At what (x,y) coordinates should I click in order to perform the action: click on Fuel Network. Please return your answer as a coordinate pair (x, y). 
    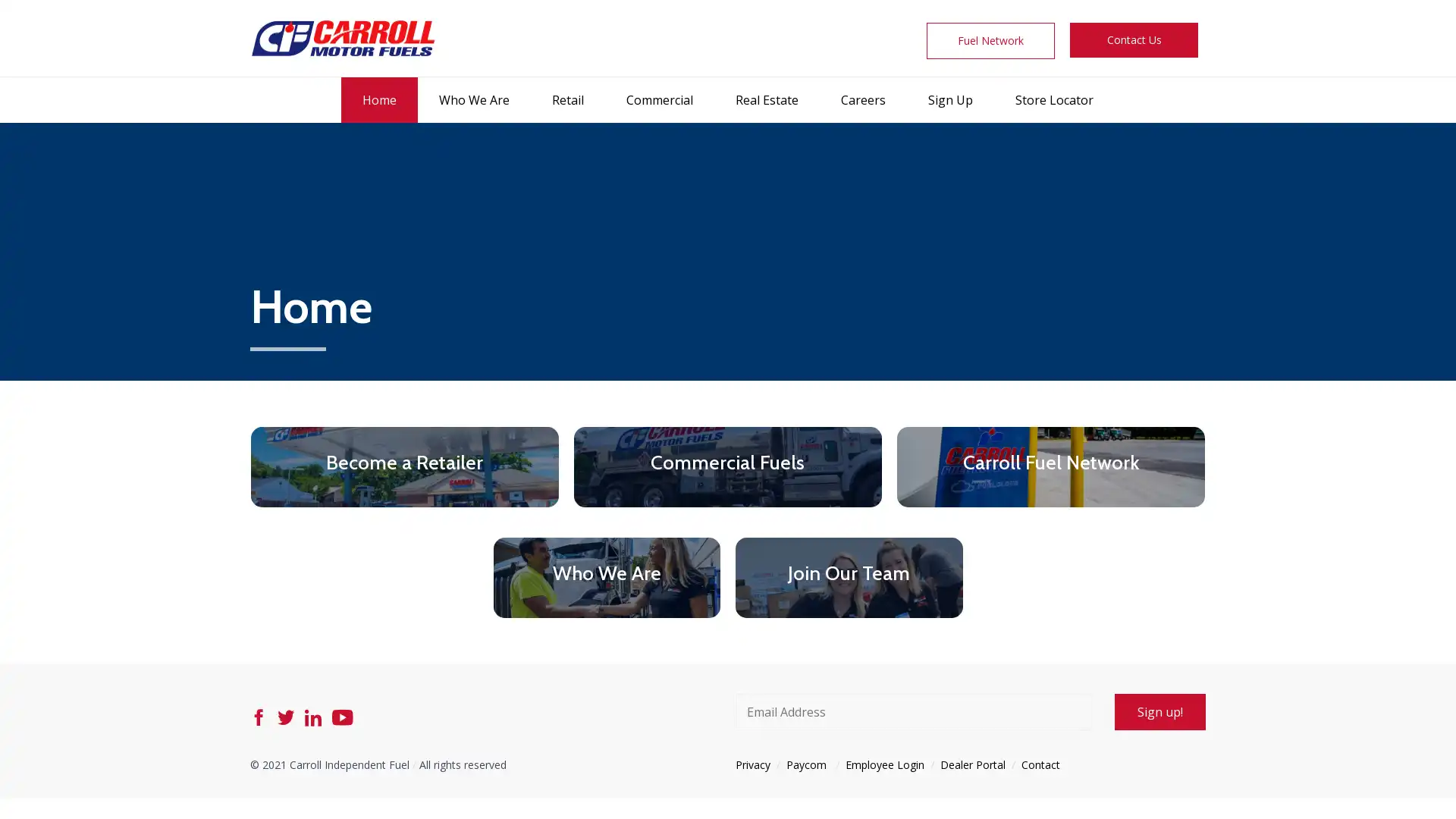
    Looking at the image, I should click on (990, 40).